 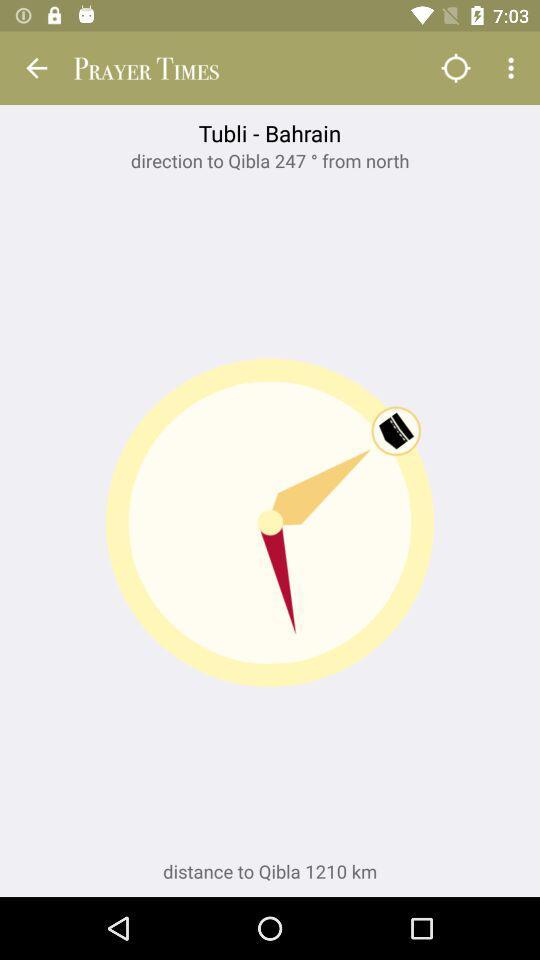 I want to click on app next to prayer times, so click(x=455, y=68).